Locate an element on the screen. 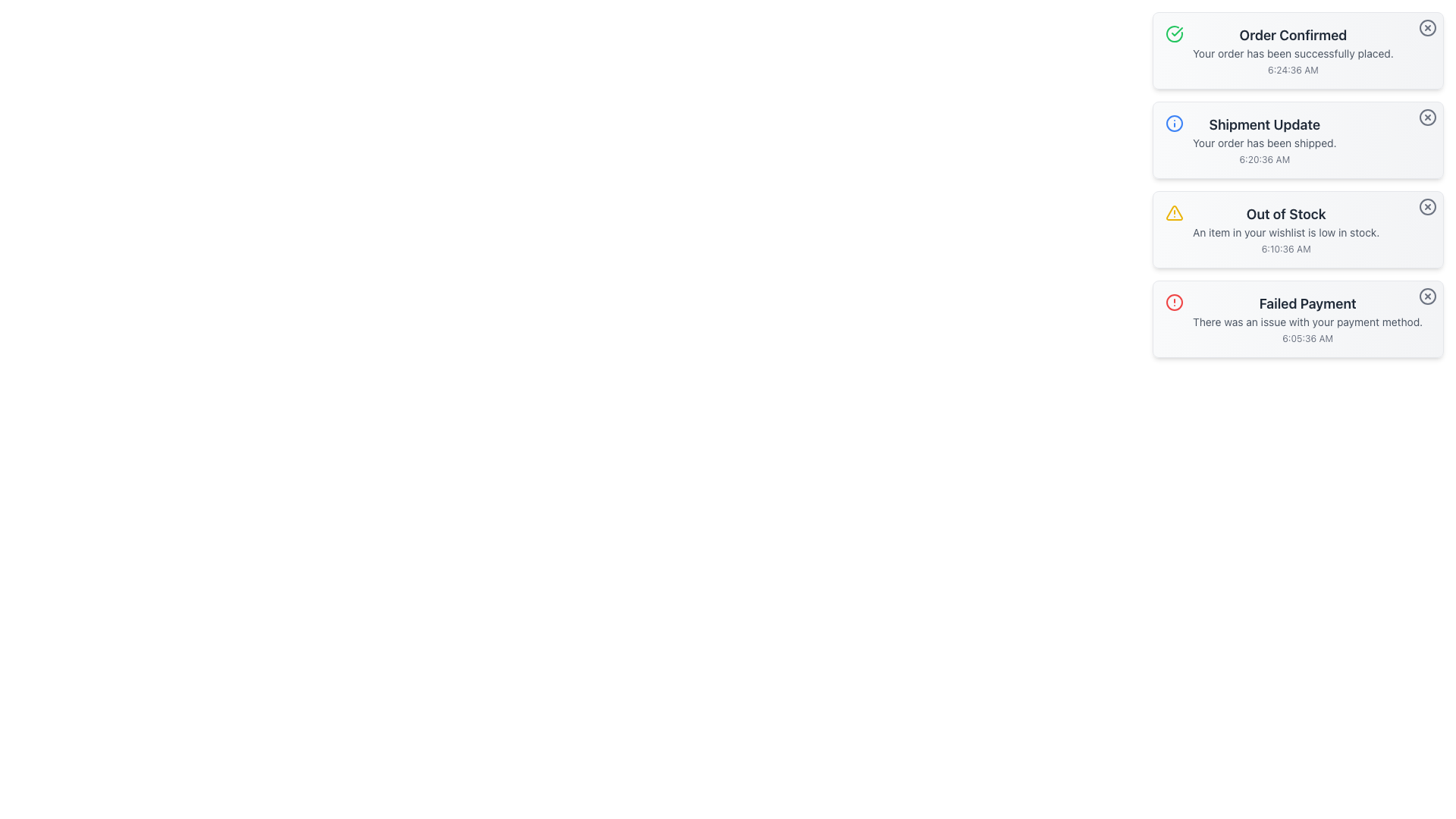 This screenshot has height=819, width=1456. the circular component of the cross (X) icon is located at coordinates (1426, 116).